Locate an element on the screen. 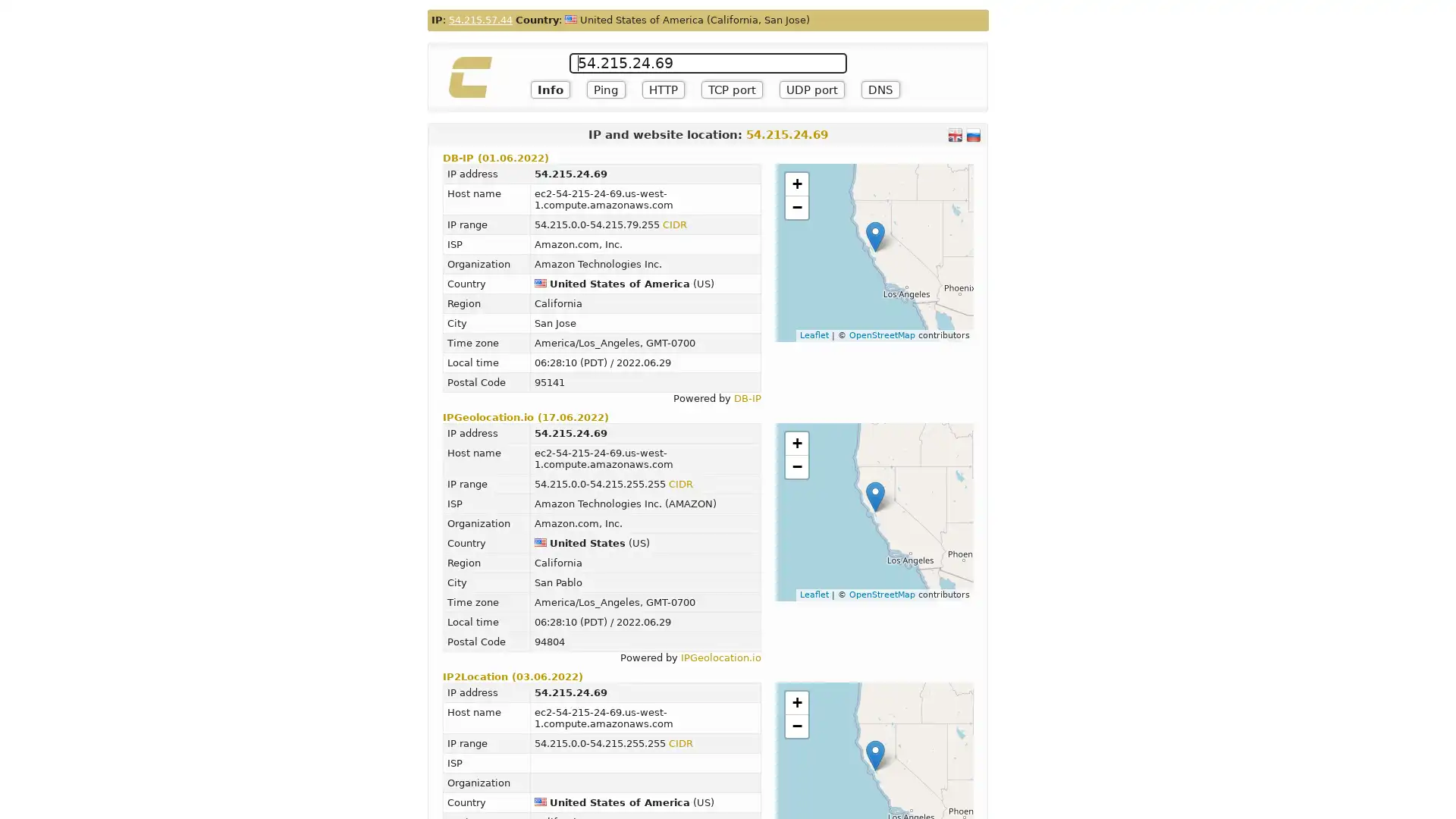 The height and width of the screenshot is (819, 1456). HTTP is located at coordinates (662, 89).